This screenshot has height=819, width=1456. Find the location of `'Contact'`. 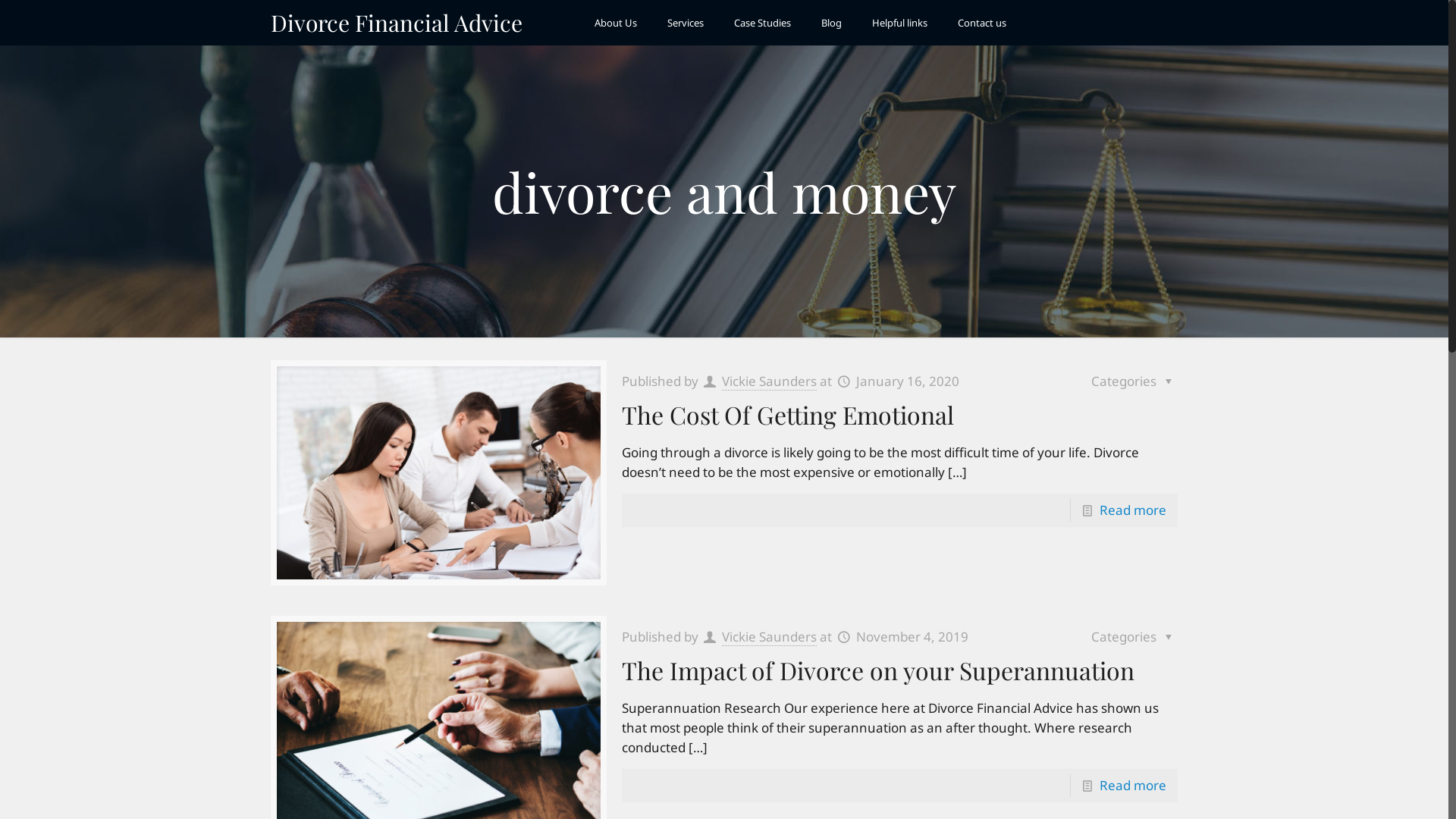

'Contact' is located at coordinates (527, 676).